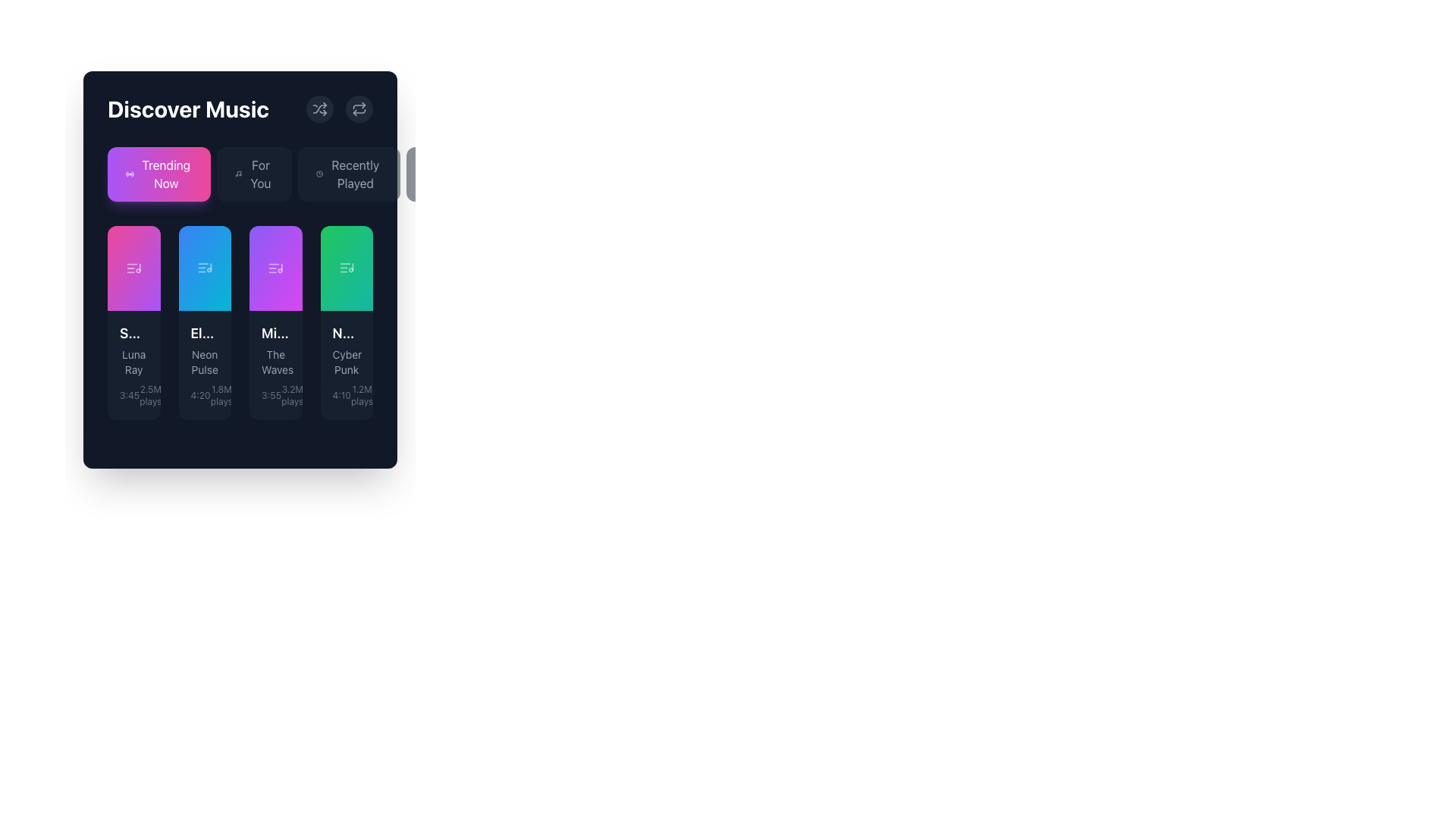 The width and height of the screenshot is (1456, 819). What do you see at coordinates (348, 174) in the screenshot?
I see `the third button in the button group at the top section of the card to filter content to show items recently played by the user` at bounding box center [348, 174].